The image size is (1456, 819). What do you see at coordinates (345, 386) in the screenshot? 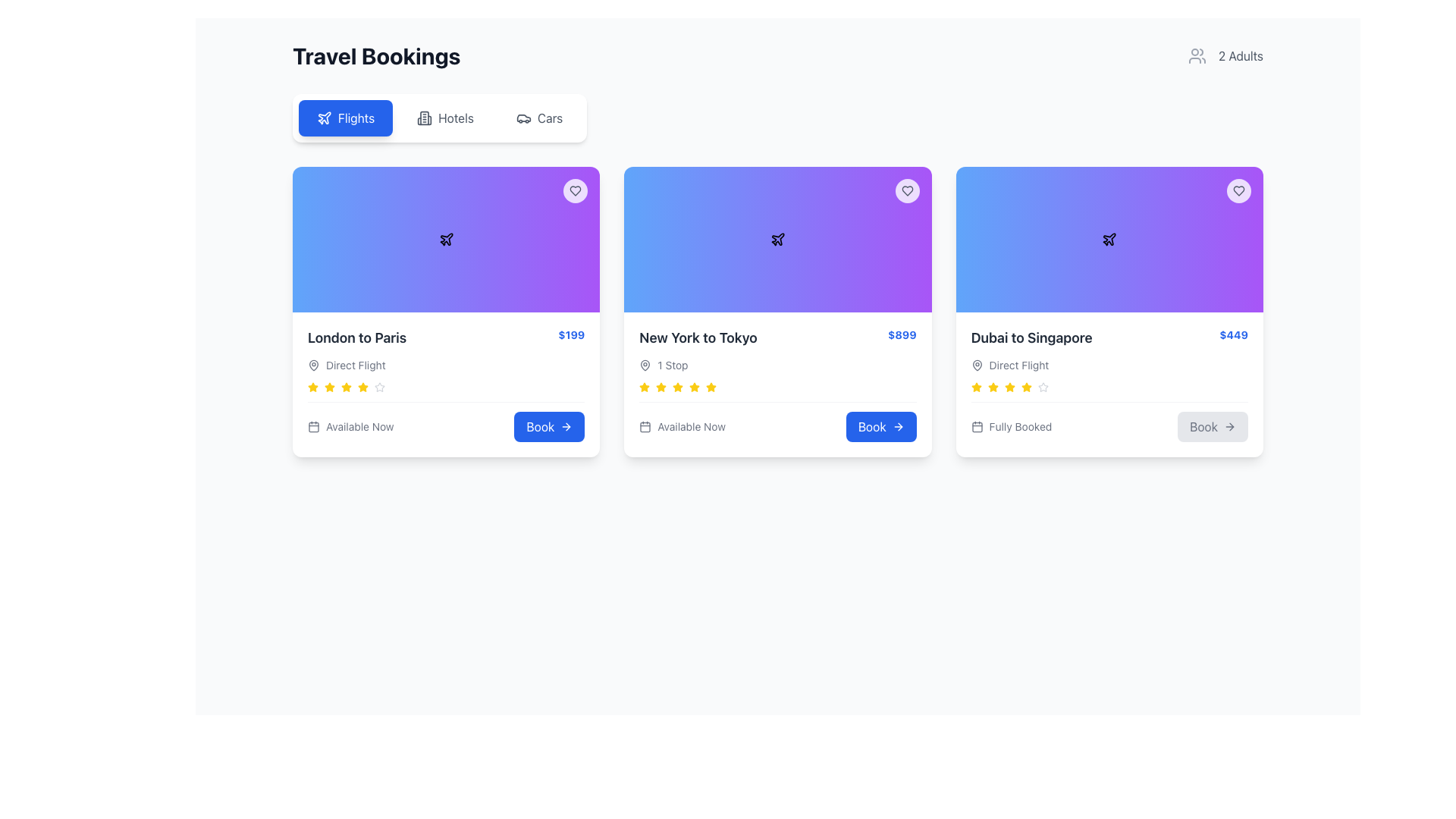
I see `the fifth star icon in the rating system located below the 'London to Paris' card` at bounding box center [345, 386].